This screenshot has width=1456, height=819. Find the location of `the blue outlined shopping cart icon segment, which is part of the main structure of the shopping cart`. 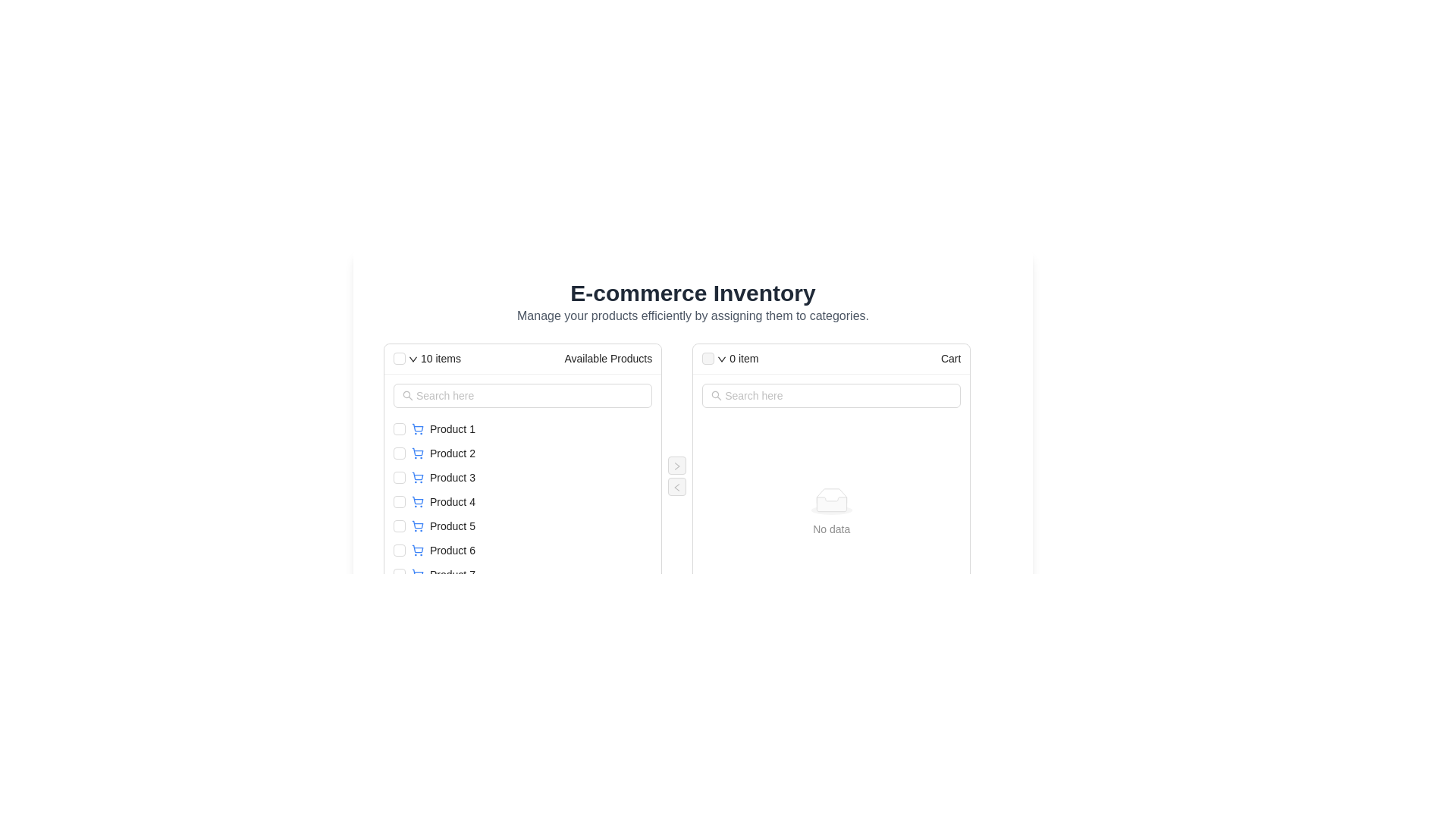

the blue outlined shopping cart icon segment, which is part of the main structure of the shopping cart is located at coordinates (418, 524).